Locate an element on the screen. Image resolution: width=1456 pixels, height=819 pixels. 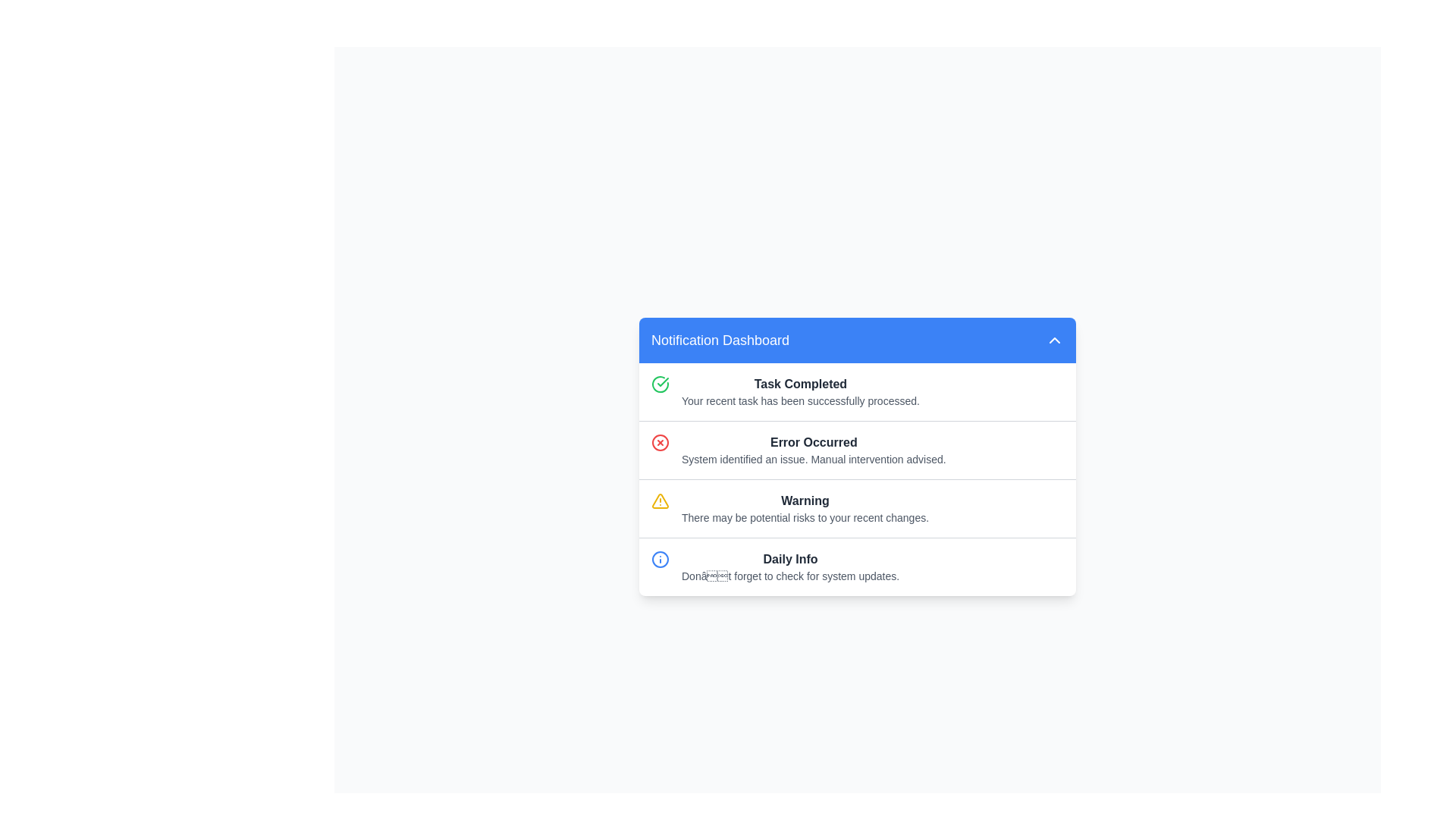
the muted gray text label that states 'There may be potential risks to your recent changes.', located directly below the 'Warning' label in the notification card is located at coordinates (804, 516).